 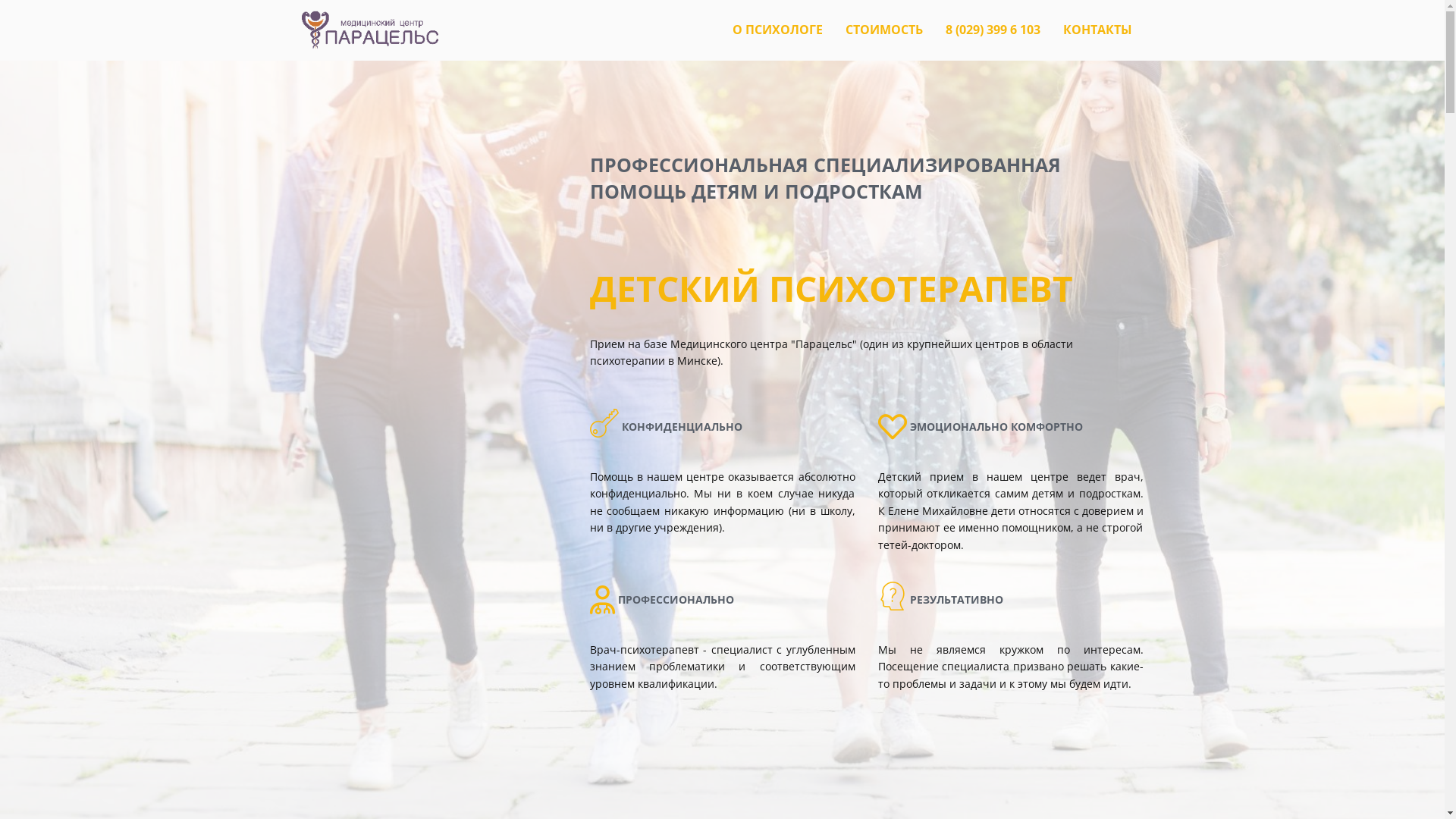 I want to click on '8 (029) 399 6 103', so click(x=992, y=30).